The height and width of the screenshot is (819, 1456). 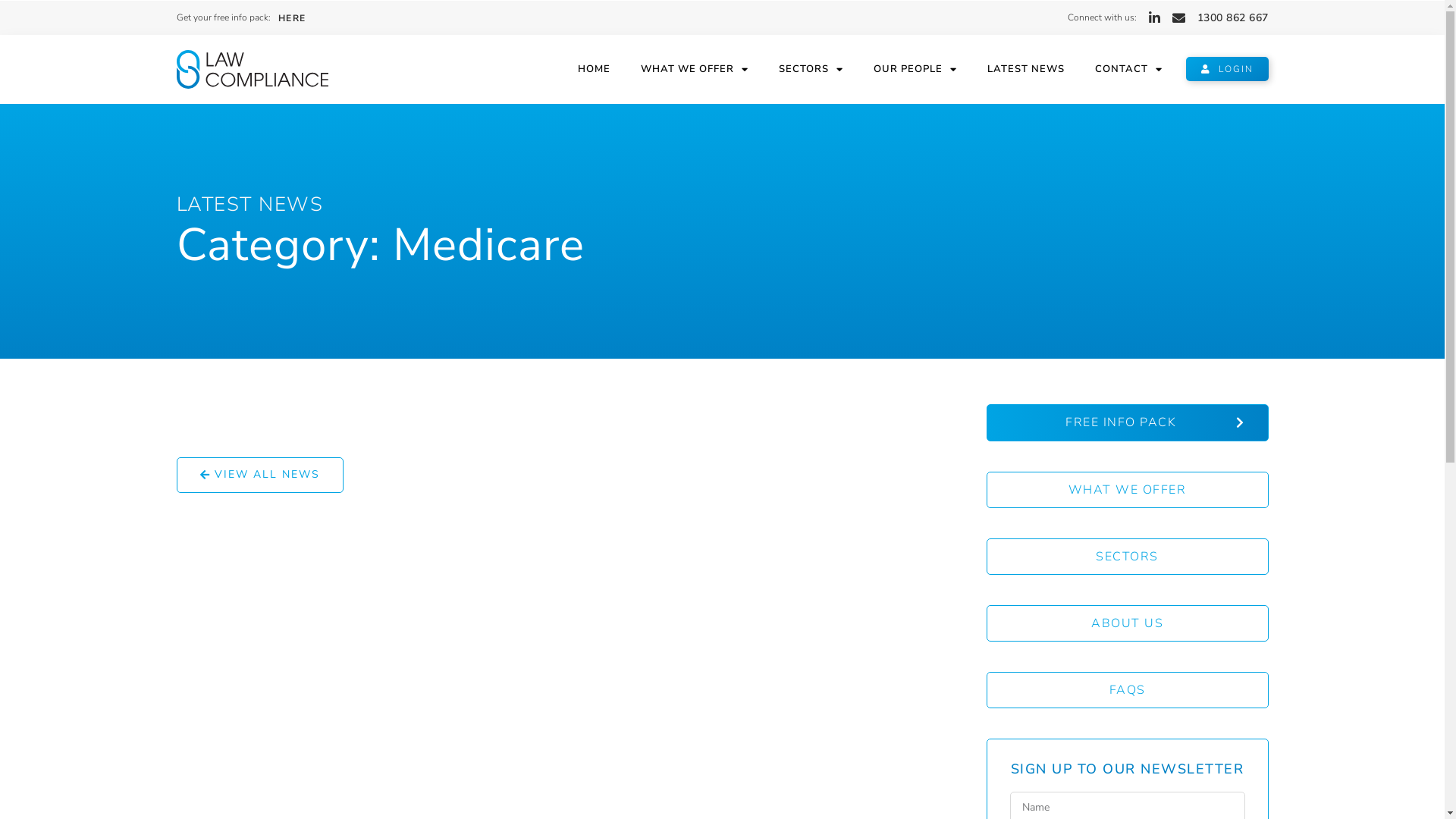 What do you see at coordinates (986, 690) in the screenshot?
I see `'FAQS'` at bounding box center [986, 690].